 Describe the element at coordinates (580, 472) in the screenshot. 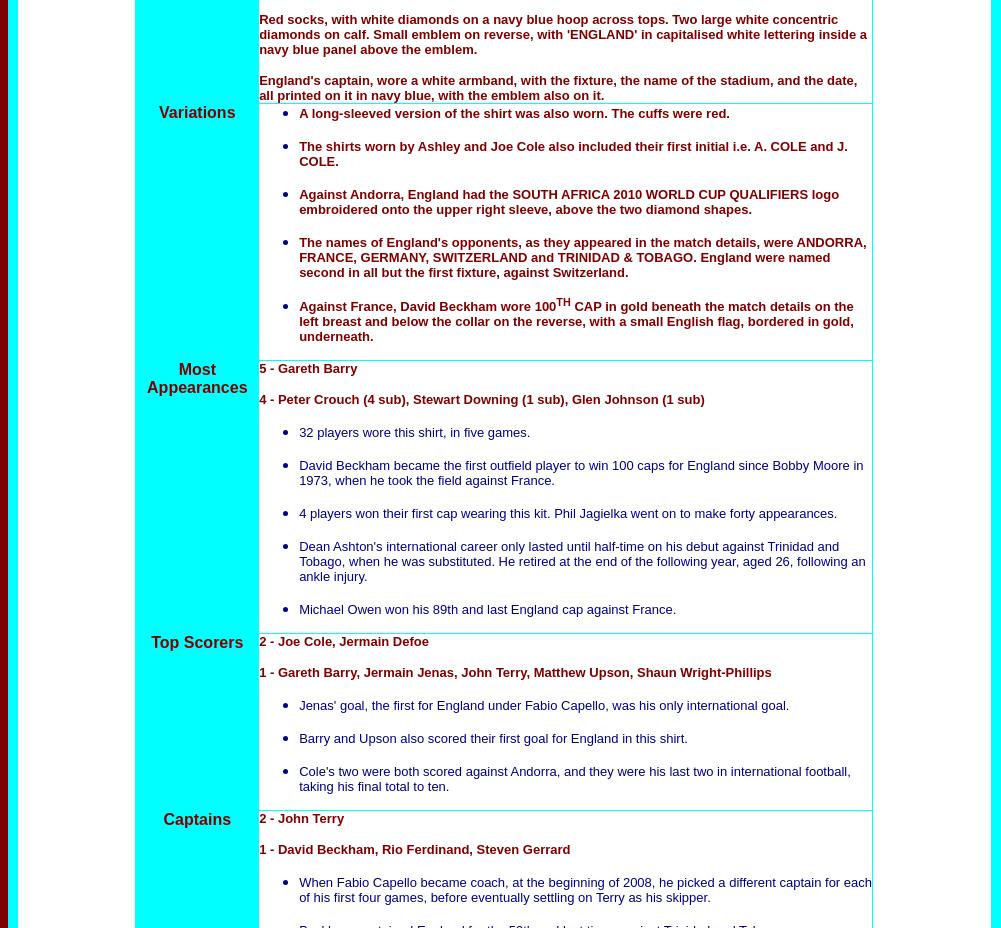

I see `'David Beckham became the 
		first outfield player to win 100 caps for England since Bobby Moore in 
		1973, when he took the field against France.'` at that location.